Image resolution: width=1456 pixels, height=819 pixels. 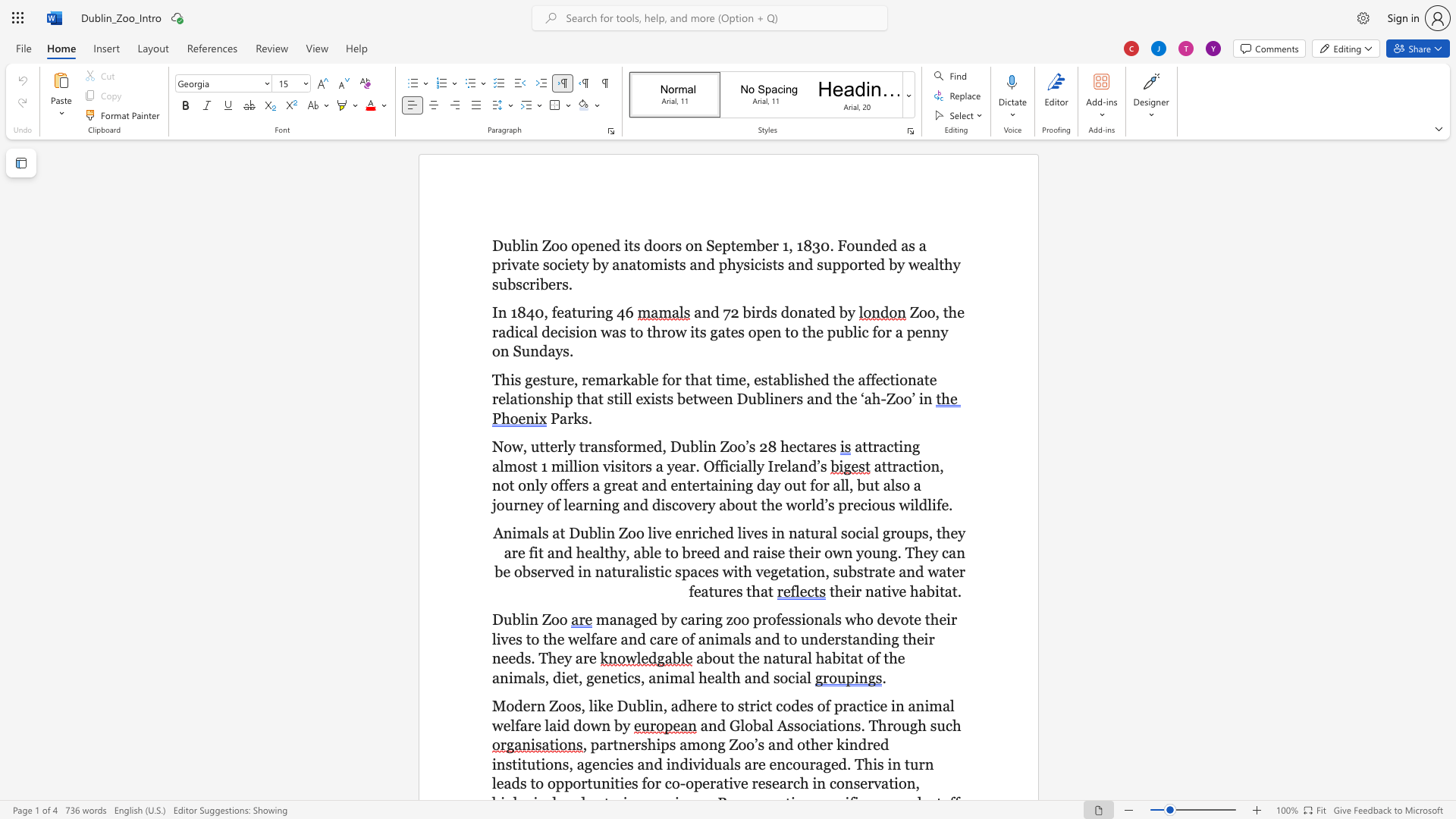 I want to click on the 2th character "e" in the text, so click(x=783, y=465).